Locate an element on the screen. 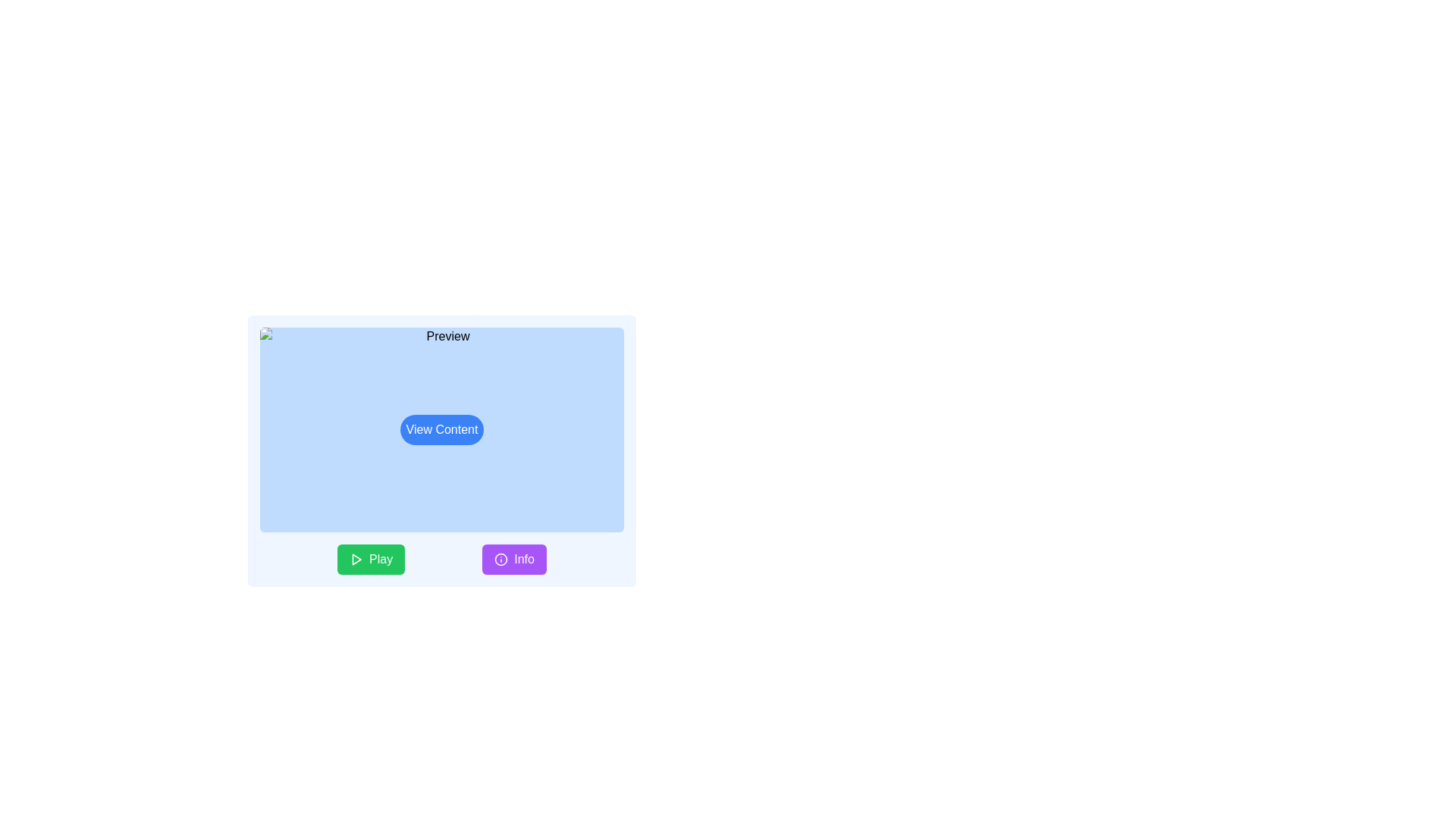 The width and height of the screenshot is (1456, 819). the triangular play icon located within the green 'Play' button at the bottom left side of the card interface to trigger highlighting is located at coordinates (356, 559).